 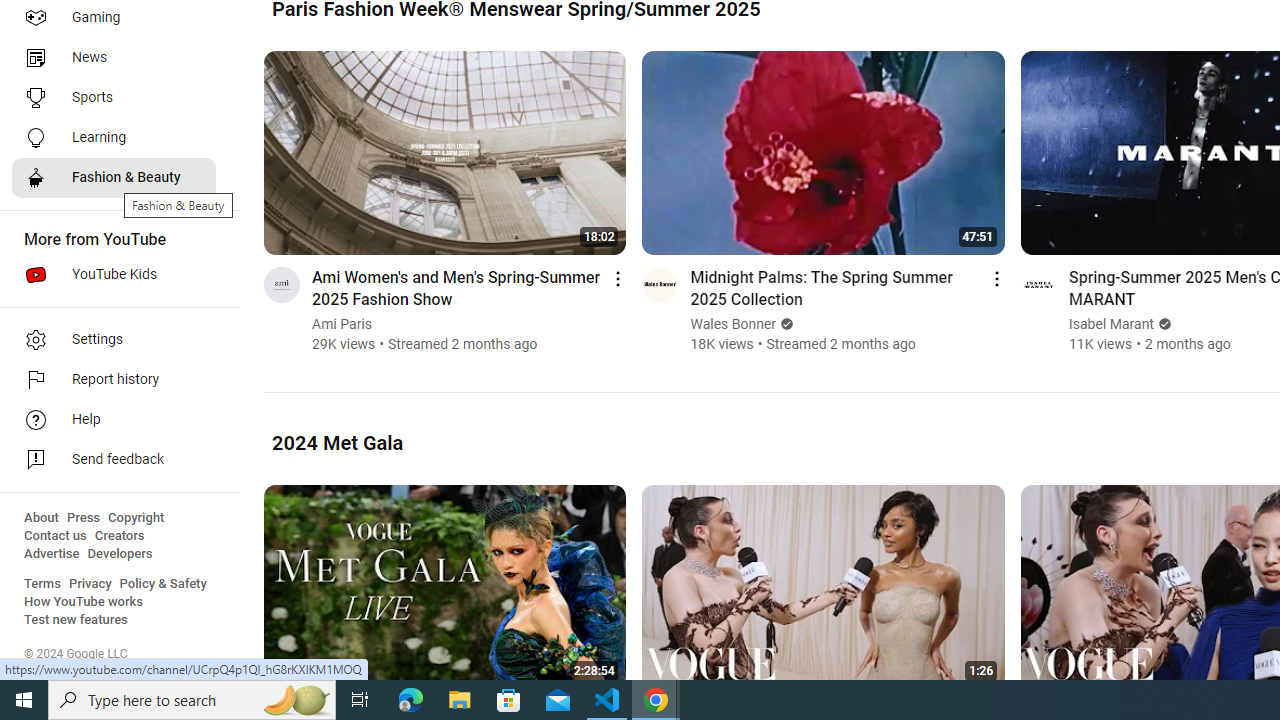 I want to click on 'Policy & Safety', so click(x=163, y=584).